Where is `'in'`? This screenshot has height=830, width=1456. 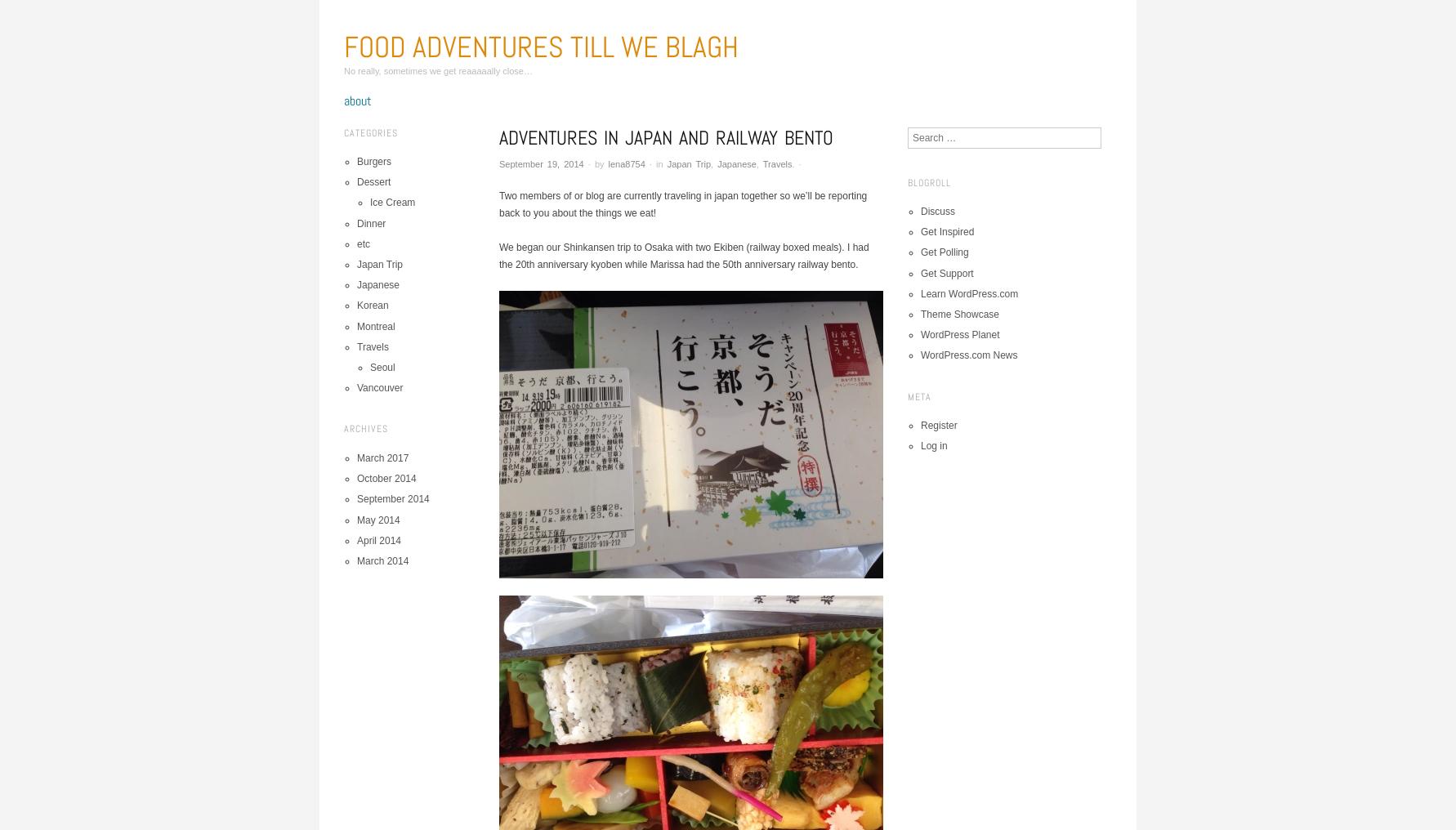 'in' is located at coordinates (658, 163).